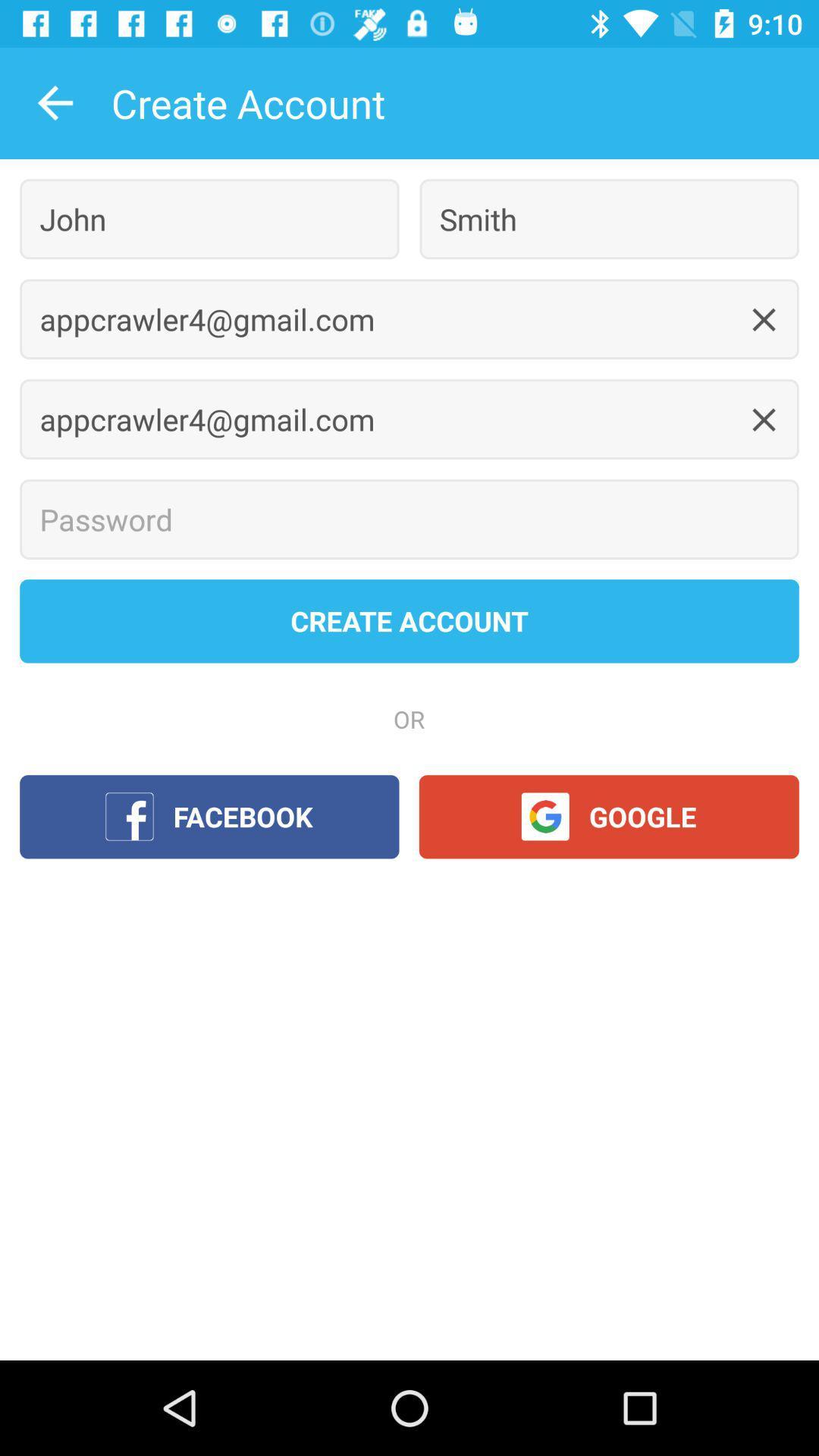  Describe the element at coordinates (55, 102) in the screenshot. I see `the item above john` at that location.